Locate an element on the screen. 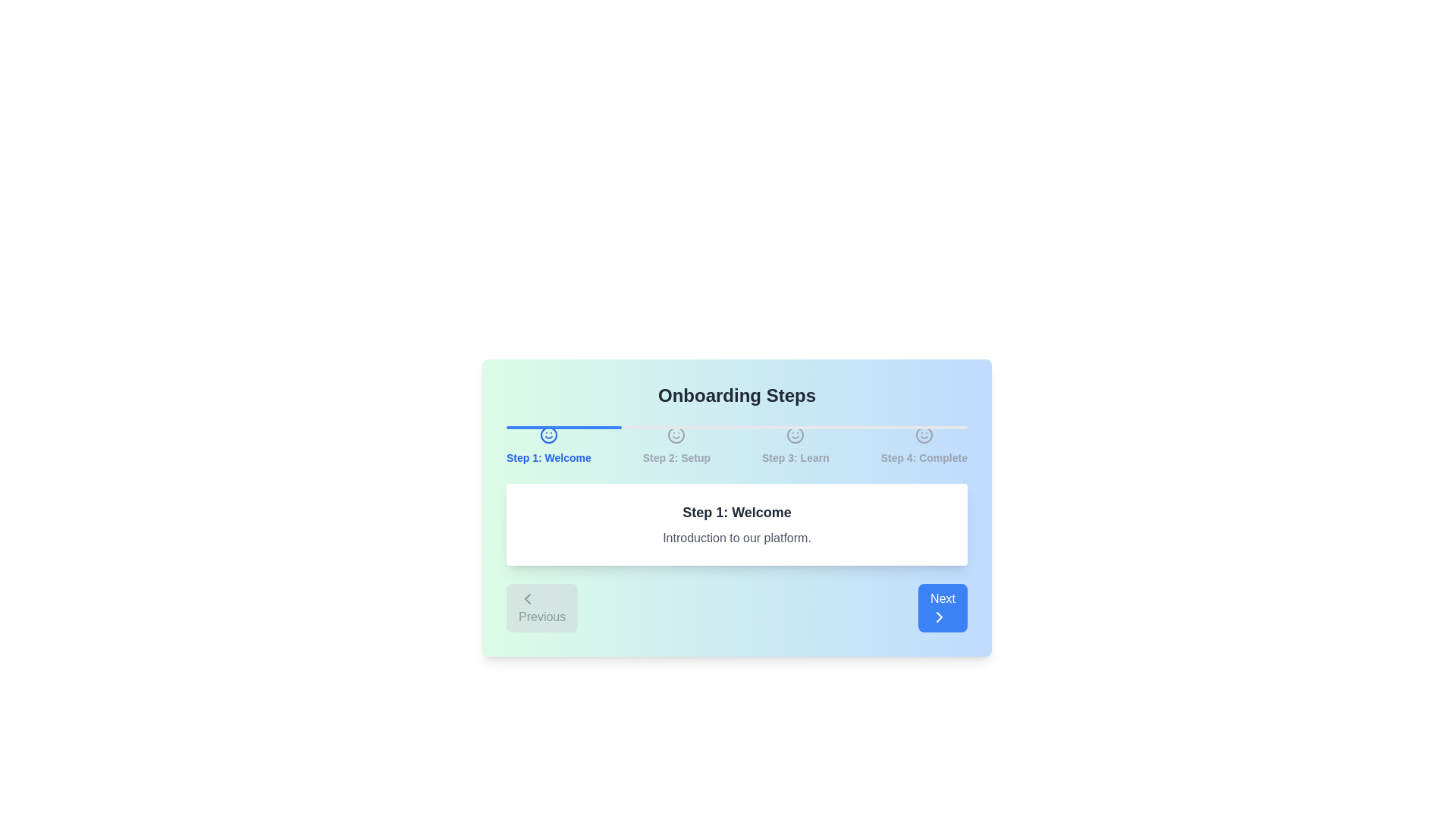 Image resolution: width=1456 pixels, height=819 pixels. the visual step indicator labeled 'Step 3: Learn' is located at coordinates (795, 444).